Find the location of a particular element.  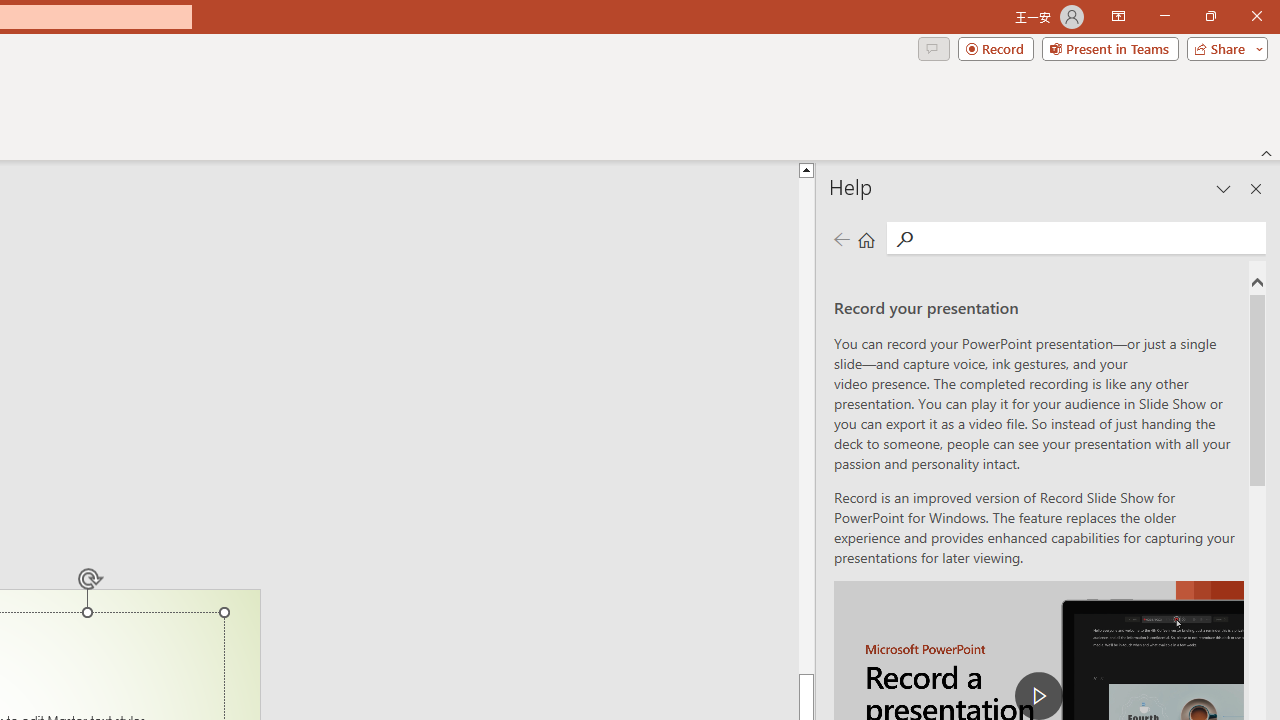

'Comments' is located at coordinates (932, 47).